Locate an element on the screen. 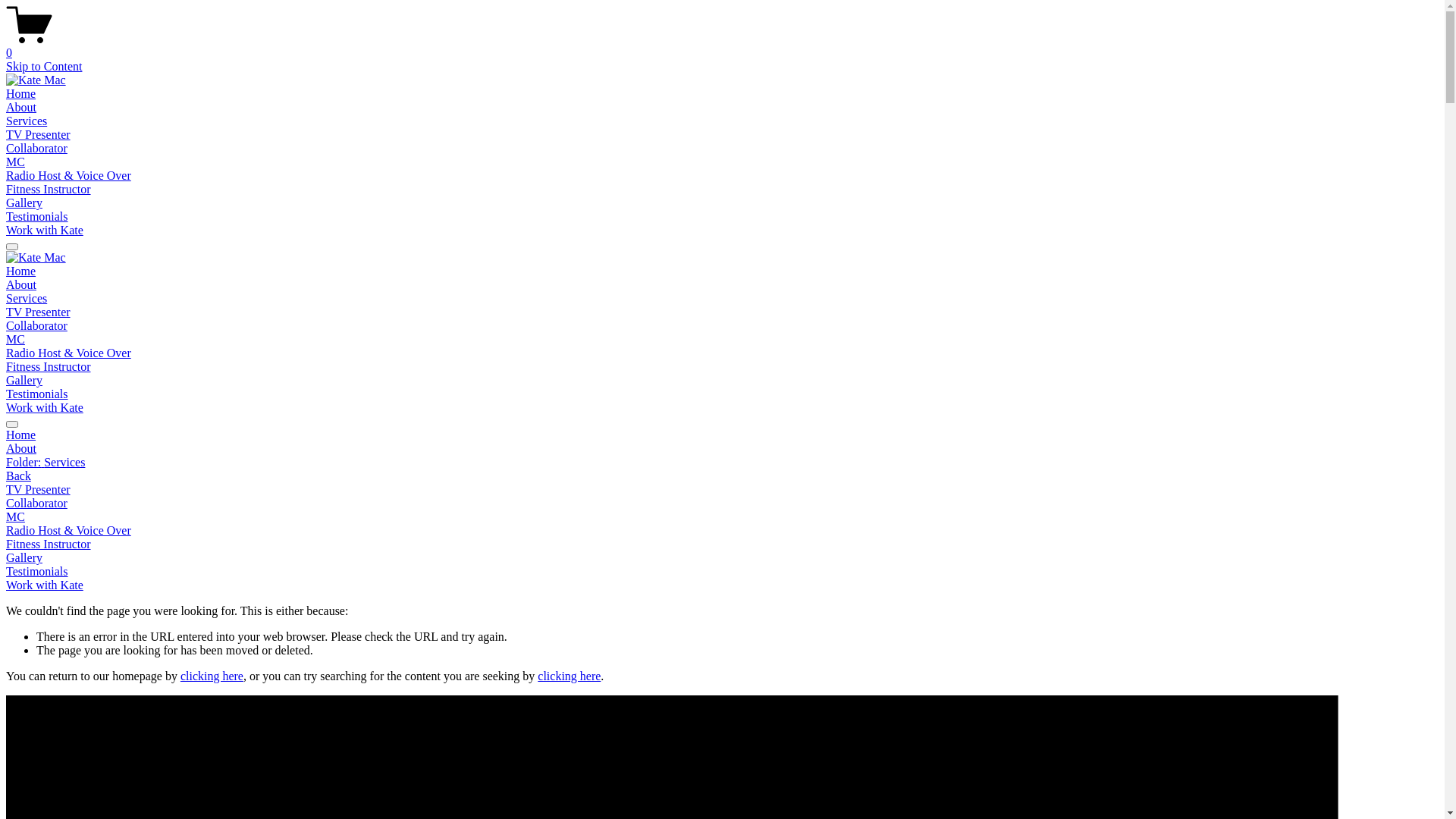 This screenshot has height=819, width=1456. 'Home' is located at coordinates (721, 435).